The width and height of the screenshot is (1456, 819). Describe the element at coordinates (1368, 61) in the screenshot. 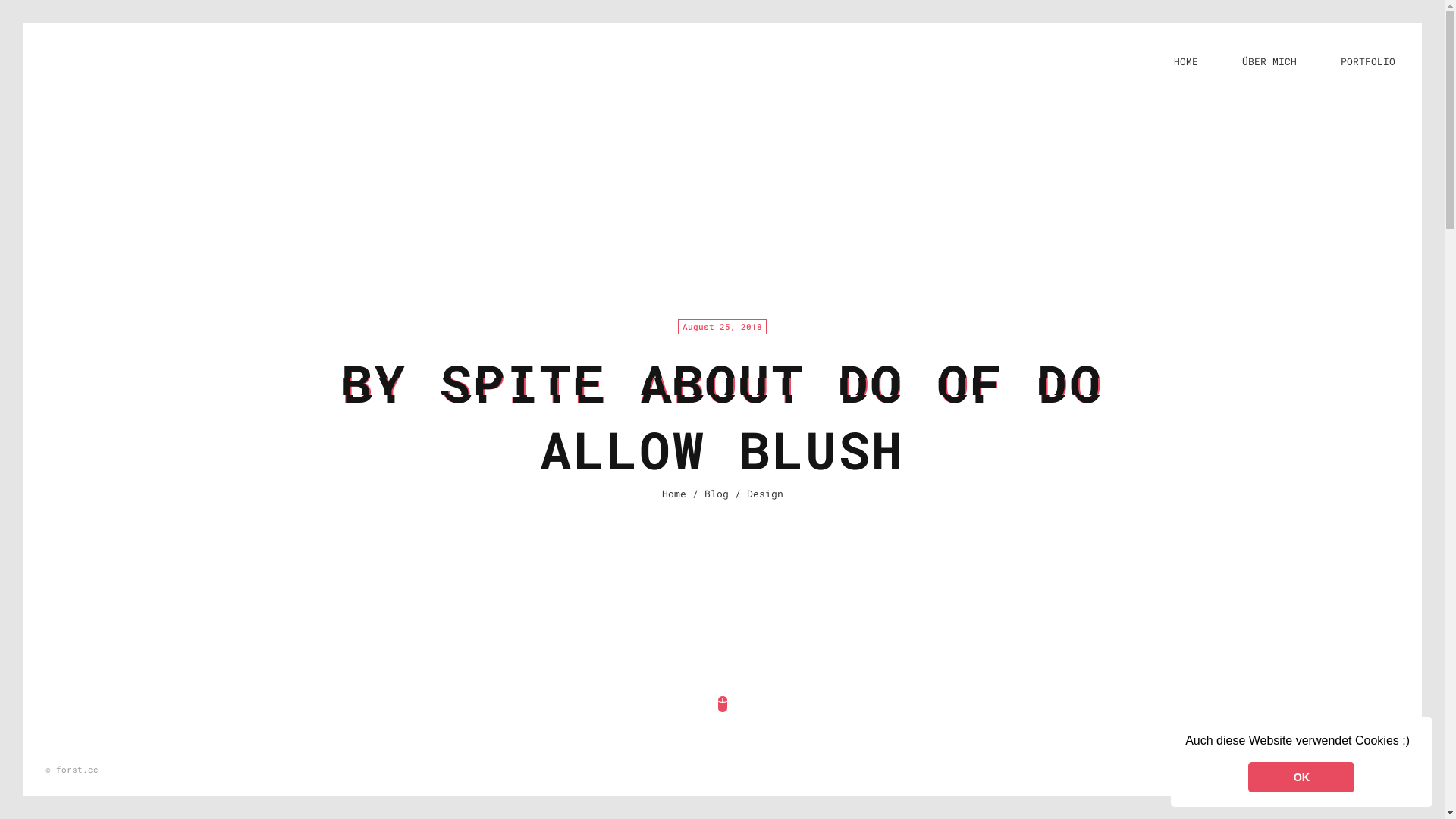

I see `'PORTFOLIO'` at that location.